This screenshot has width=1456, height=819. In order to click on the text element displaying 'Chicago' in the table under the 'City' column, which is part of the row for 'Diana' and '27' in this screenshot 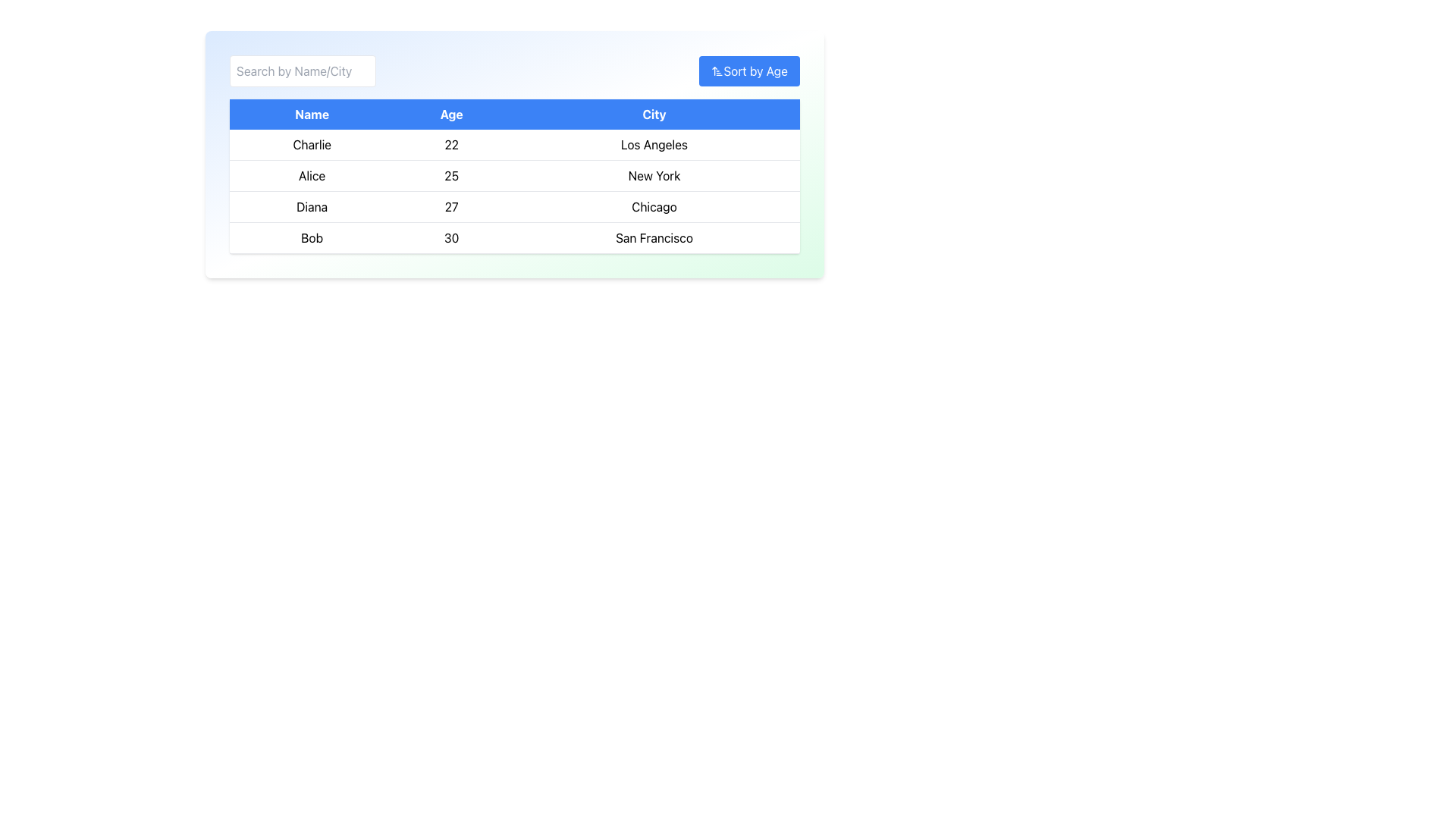, I will do `click(654, 207)`.